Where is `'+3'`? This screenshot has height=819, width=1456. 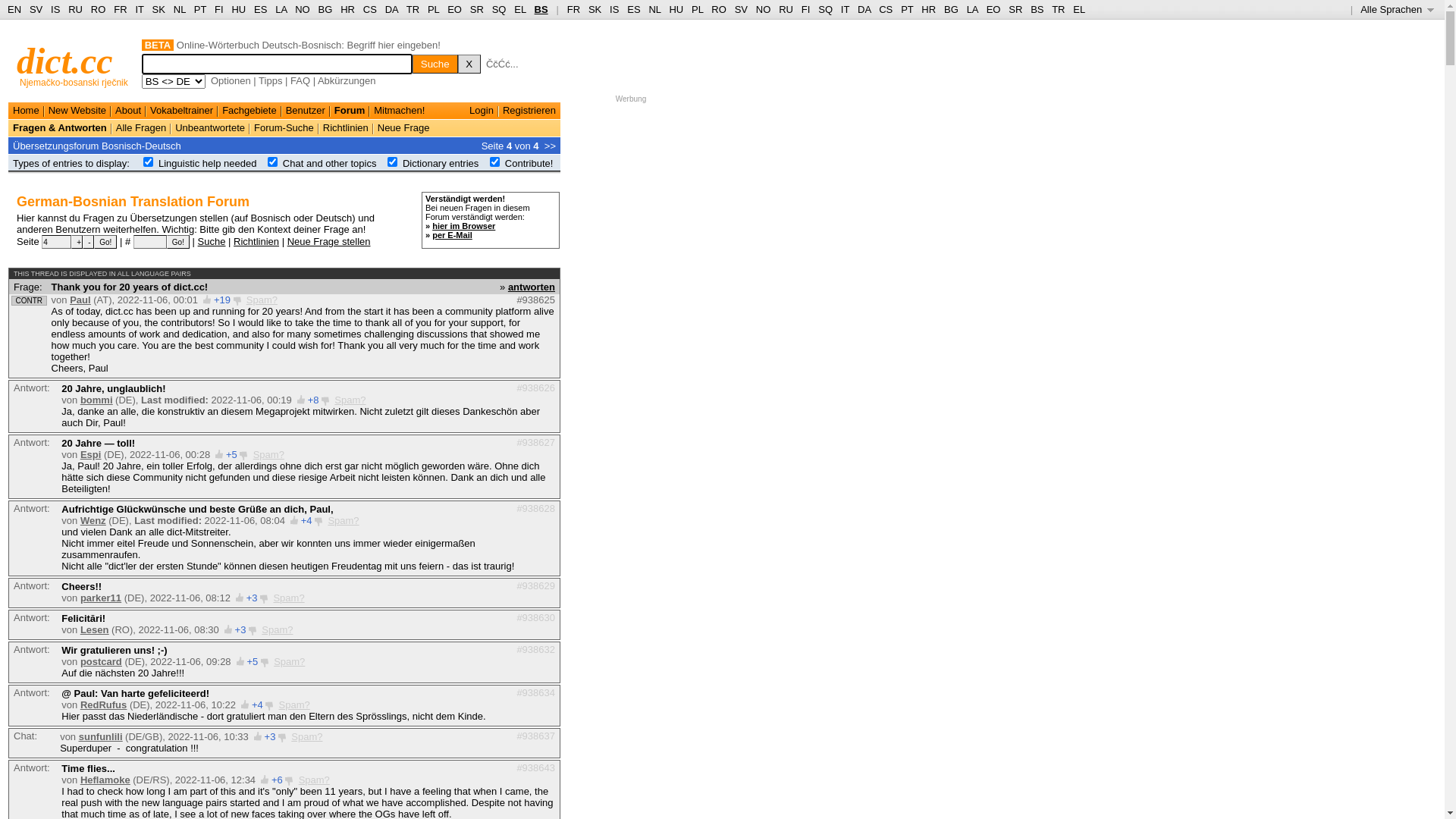
'+3' is located at coordinates (234, 629).